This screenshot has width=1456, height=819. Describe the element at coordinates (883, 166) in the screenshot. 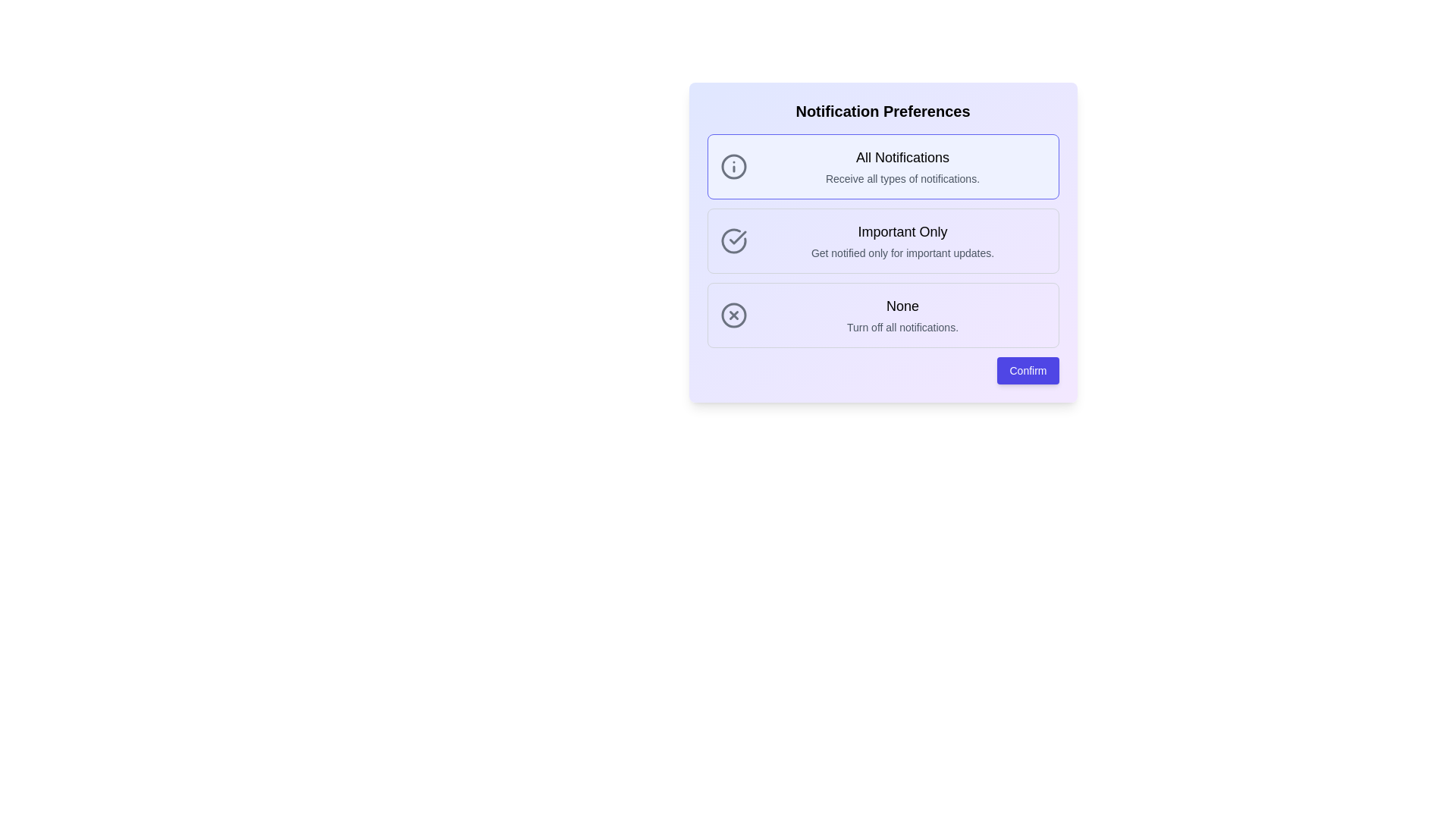

I see `the 'All Notifications' selectable option with a blue-tinted border and descriptive text` at that location.